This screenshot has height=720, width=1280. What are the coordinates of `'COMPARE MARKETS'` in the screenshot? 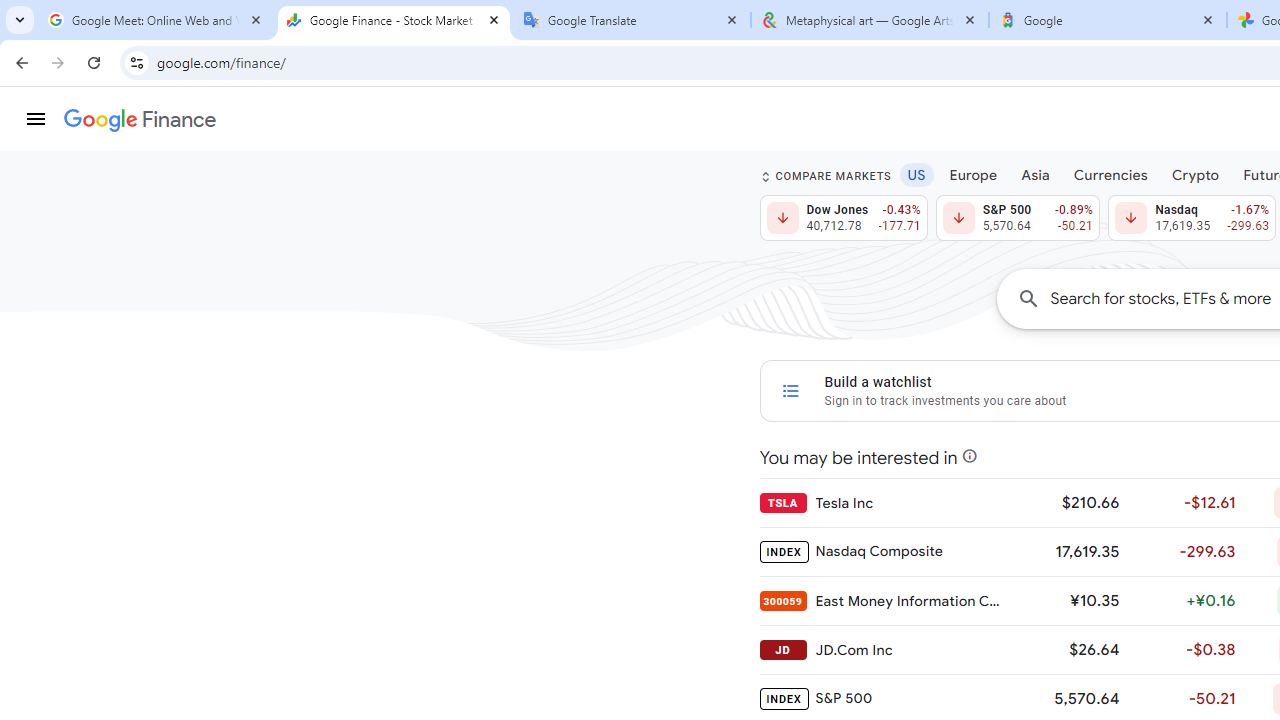 It's located at (825, 175).